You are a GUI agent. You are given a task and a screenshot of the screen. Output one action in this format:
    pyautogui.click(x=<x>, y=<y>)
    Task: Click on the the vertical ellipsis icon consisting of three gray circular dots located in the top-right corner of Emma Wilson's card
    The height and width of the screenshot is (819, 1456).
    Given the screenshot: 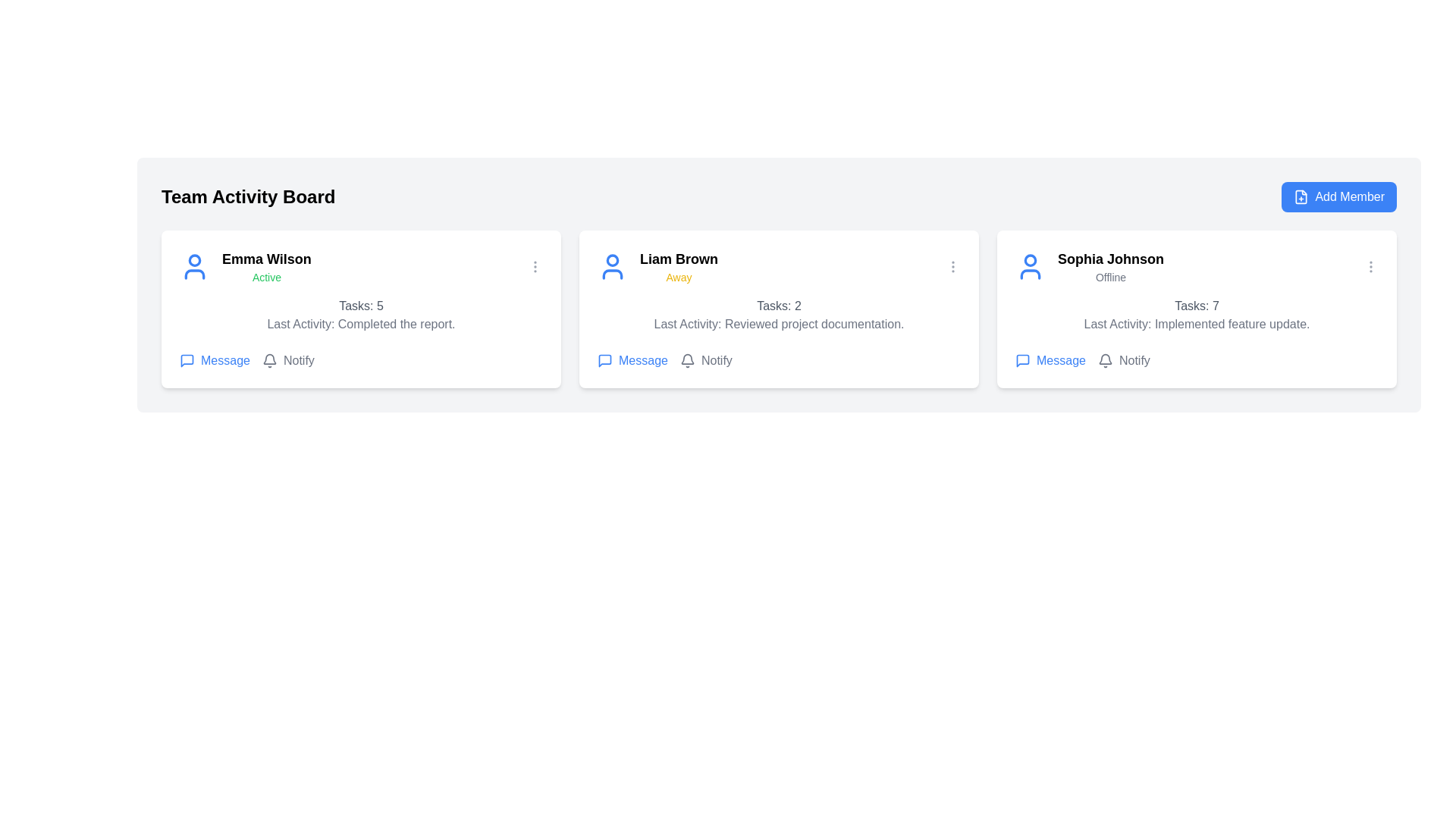 What is the action you would take?
    pyautogui.click(x=535, y=265)
    